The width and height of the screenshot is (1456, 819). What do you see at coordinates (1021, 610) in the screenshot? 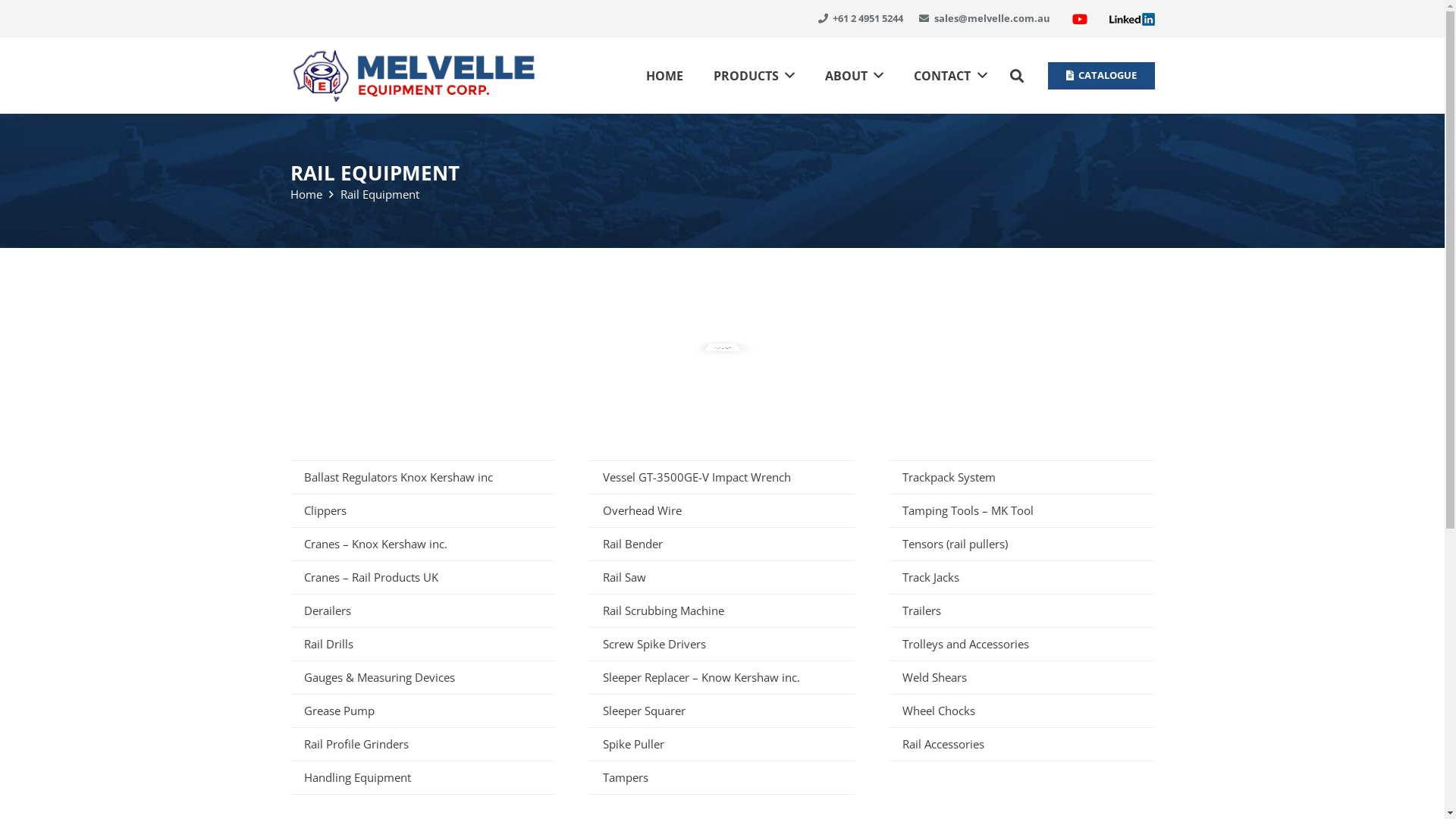
I see `'Trailers'` at bounding box center [1021, 610].